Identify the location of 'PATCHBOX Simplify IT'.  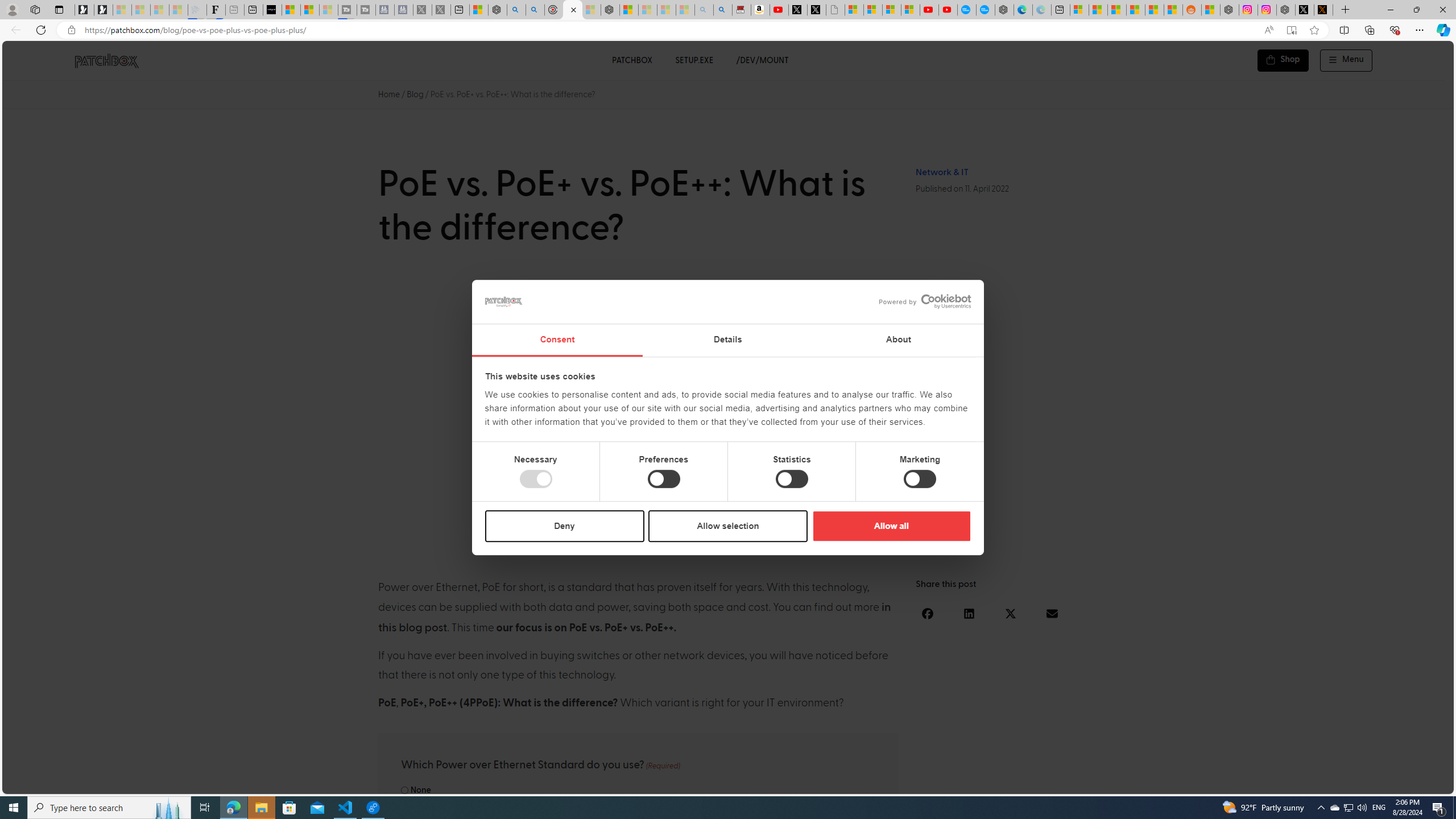
(113, 60).